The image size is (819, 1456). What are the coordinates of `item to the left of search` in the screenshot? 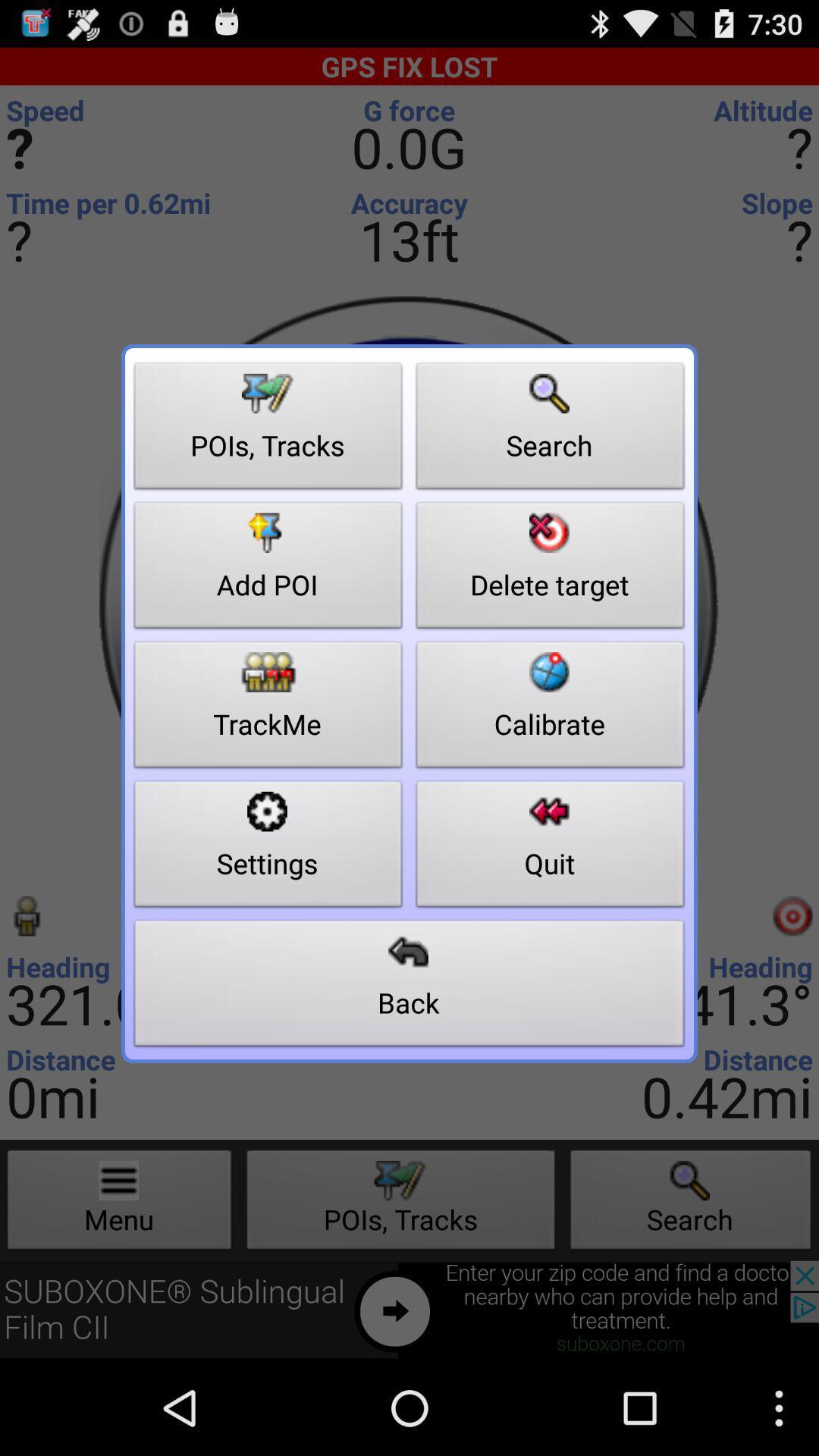 It's located at (268, 429).